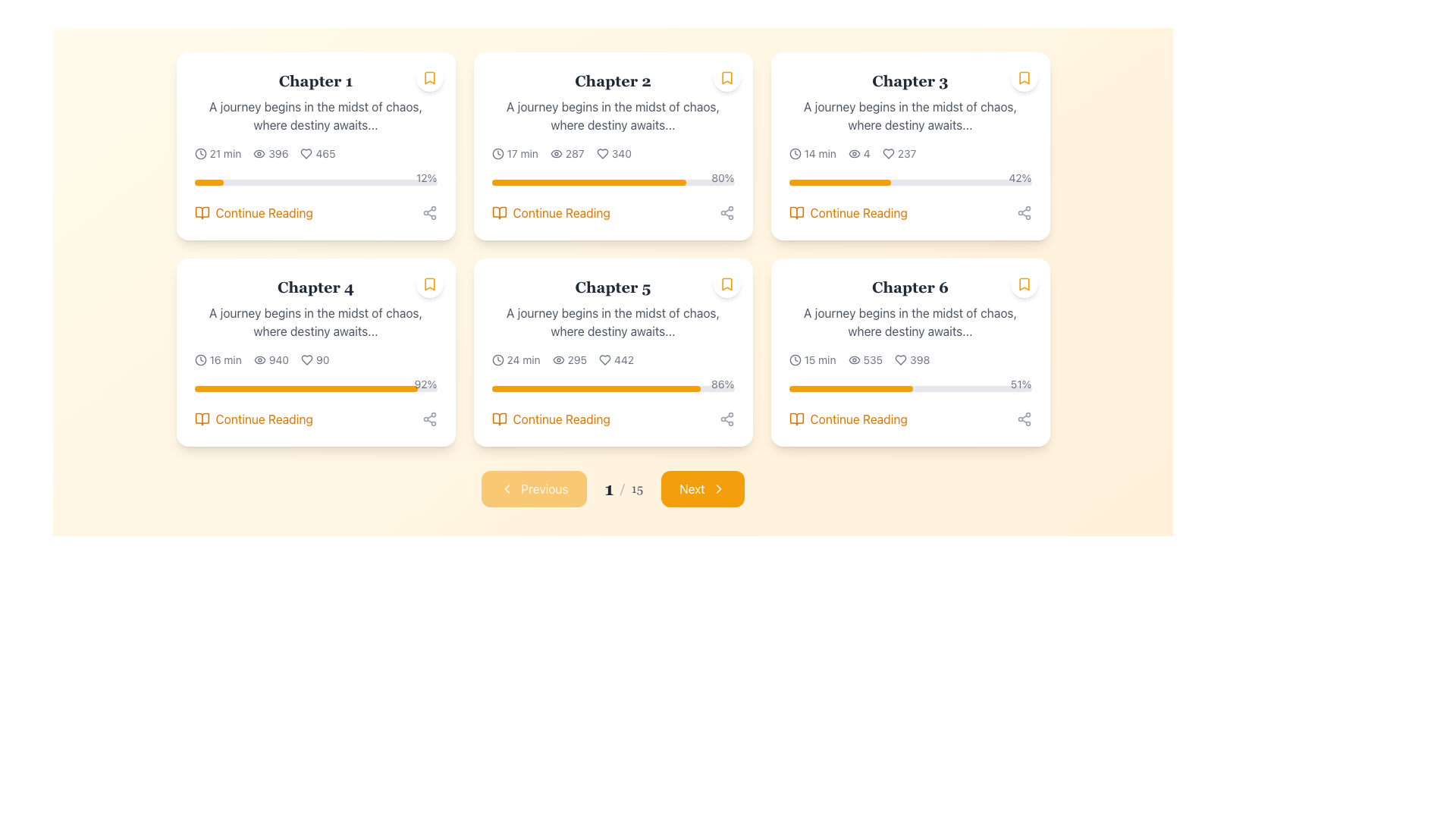 The width and height of the screenshot is (1456, 819). Describe the element at coordinates (201, 213) in the screenshot. I see `the icon representing the 'Continue Reading' action, which is positioned to the left of the orange text label 'Continue Reading' within the card interface for 'Chapter 1.'` at that location.